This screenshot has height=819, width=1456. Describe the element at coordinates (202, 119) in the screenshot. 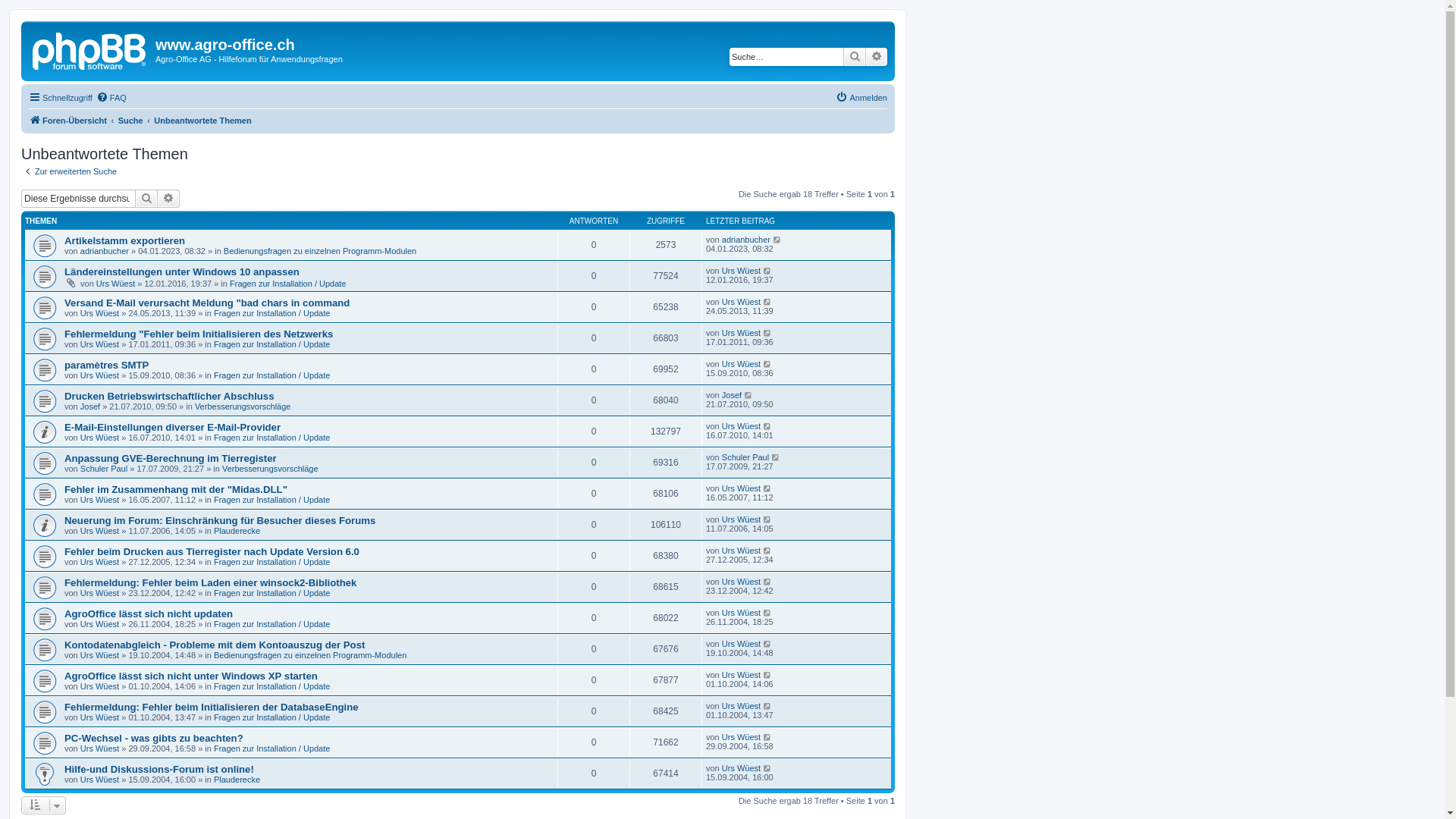

I see `'Unbeantwortete Themen'` at that location.